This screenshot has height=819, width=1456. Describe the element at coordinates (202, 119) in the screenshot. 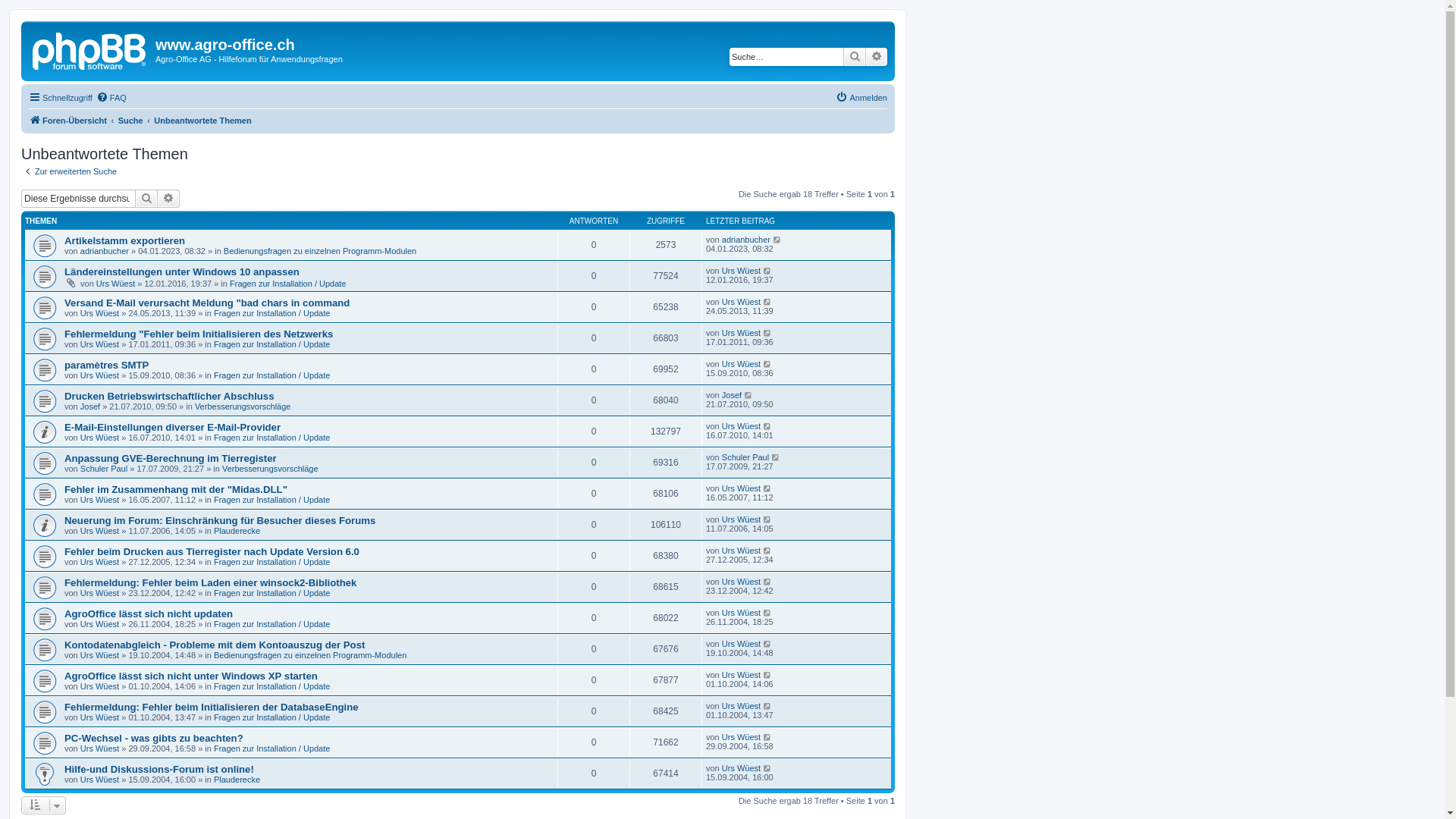

I see `'Unbeantwortete Themen'` at that location.